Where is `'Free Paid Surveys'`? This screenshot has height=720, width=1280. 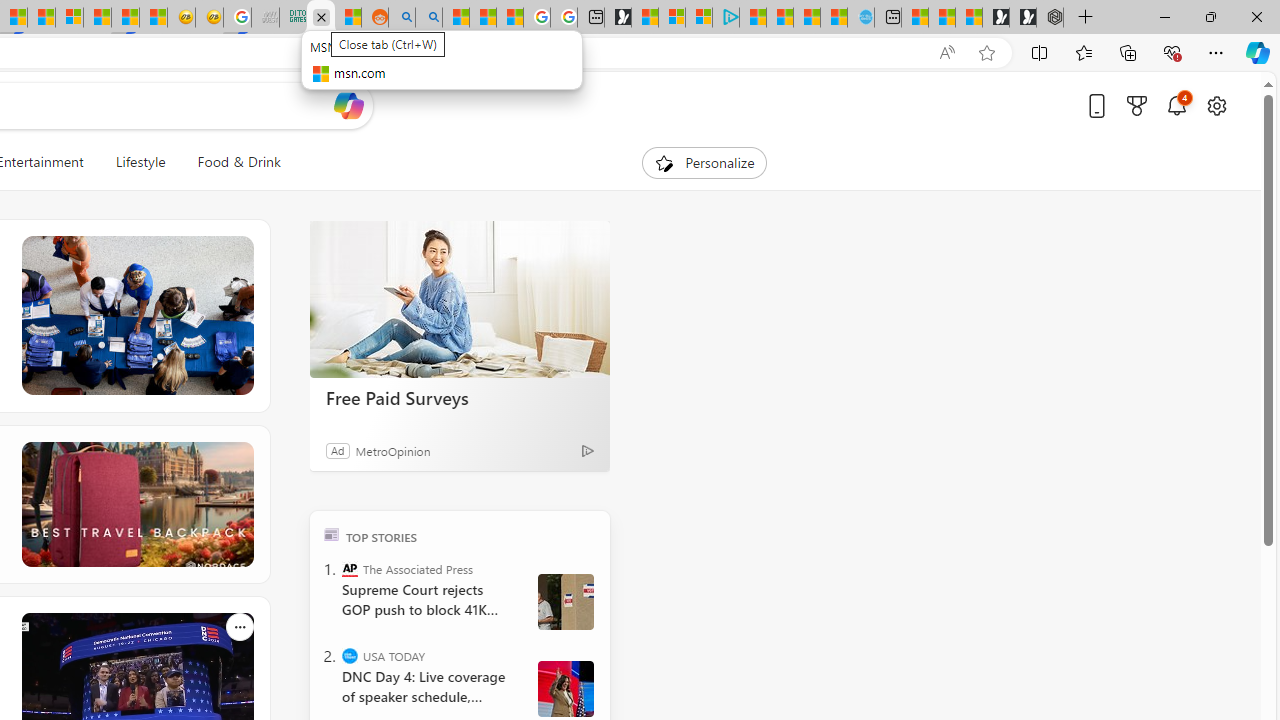
'Free Paid Surveys' is located at coordinates (459, 299).